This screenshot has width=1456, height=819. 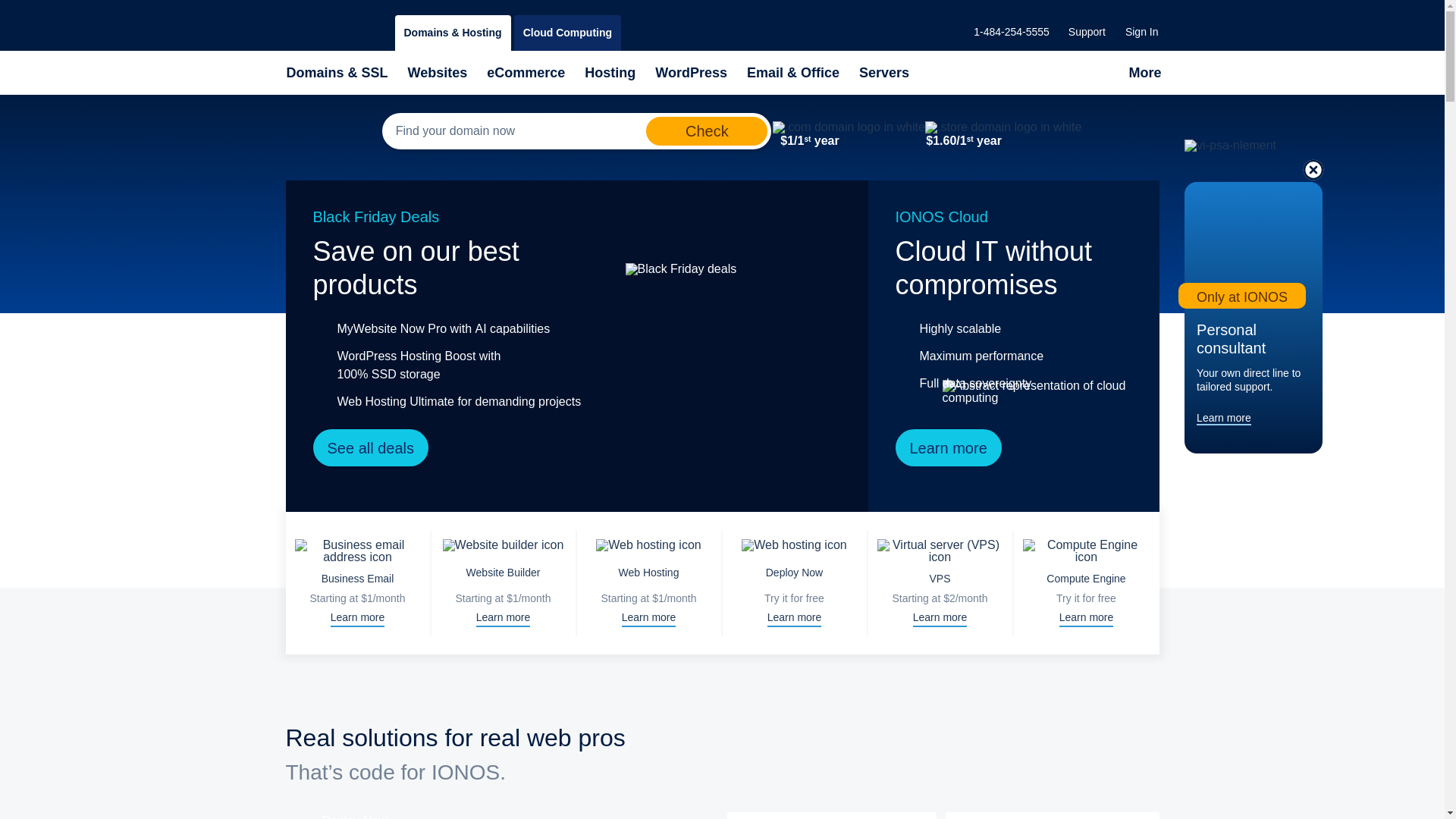 I want to click on 'Sign In', so click(x=1142, y=32).